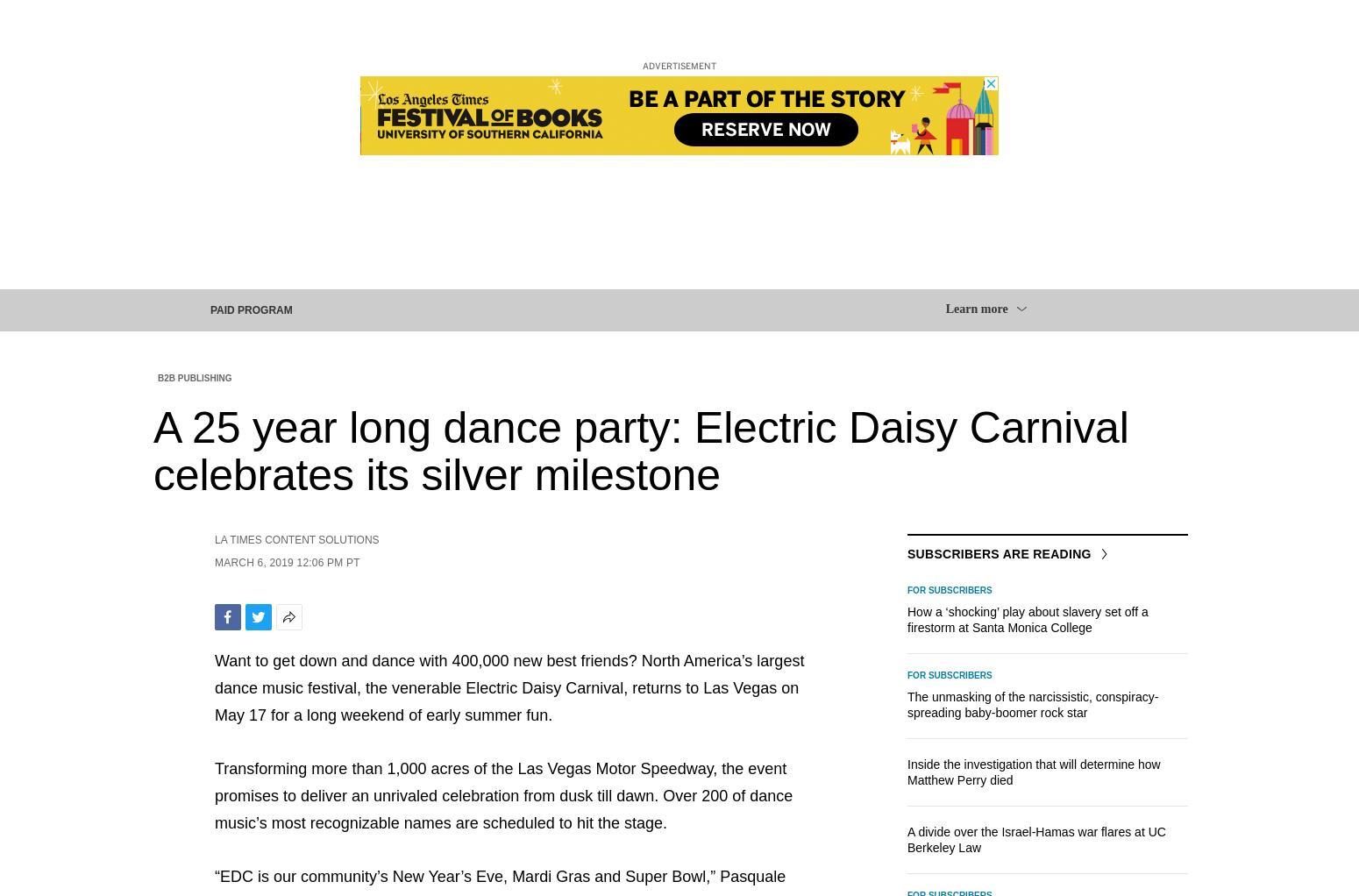 The height and width of the screenshot is (896, 1359). I want to click on '12:06 PM PT', so click(327, 563).